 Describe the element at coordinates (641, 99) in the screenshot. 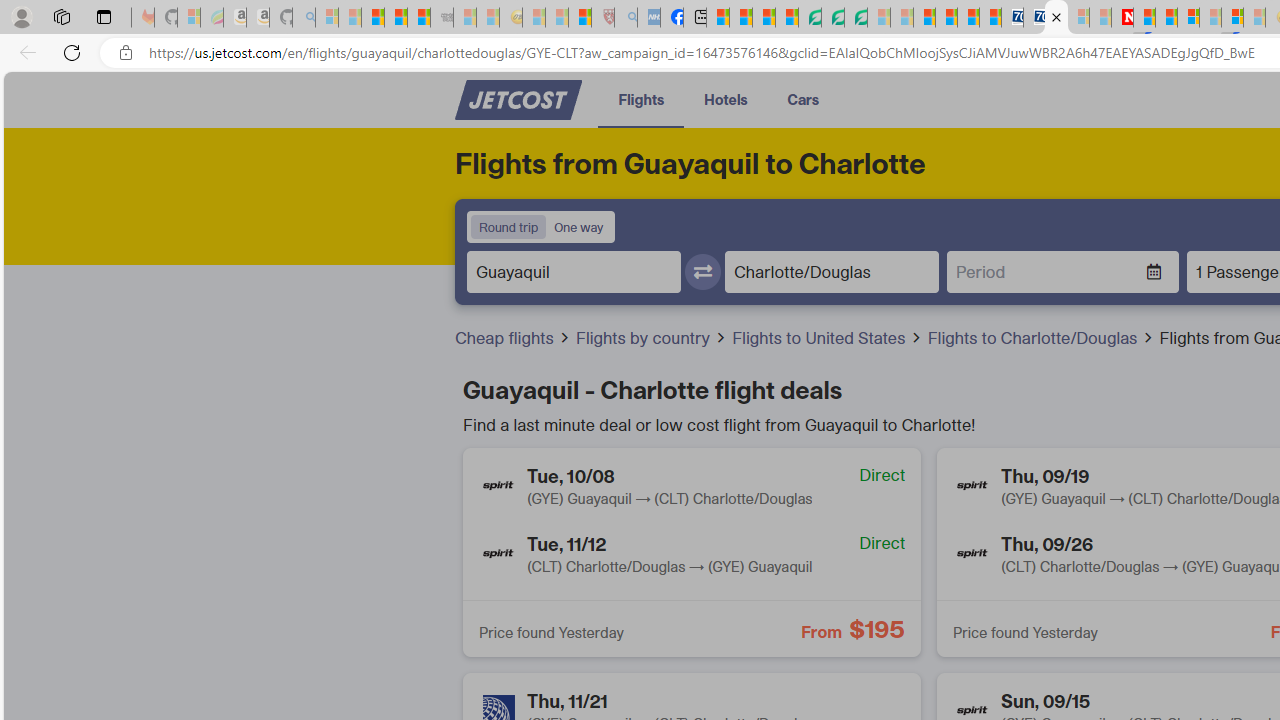

I see `'Flights'` at that location.